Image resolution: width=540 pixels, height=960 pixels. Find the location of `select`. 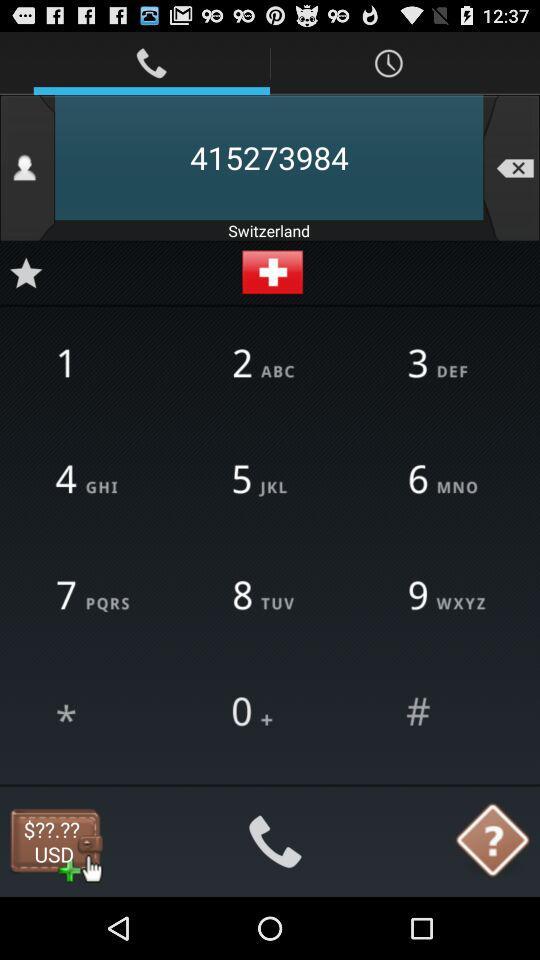

select is located at coordinates (445, 712).